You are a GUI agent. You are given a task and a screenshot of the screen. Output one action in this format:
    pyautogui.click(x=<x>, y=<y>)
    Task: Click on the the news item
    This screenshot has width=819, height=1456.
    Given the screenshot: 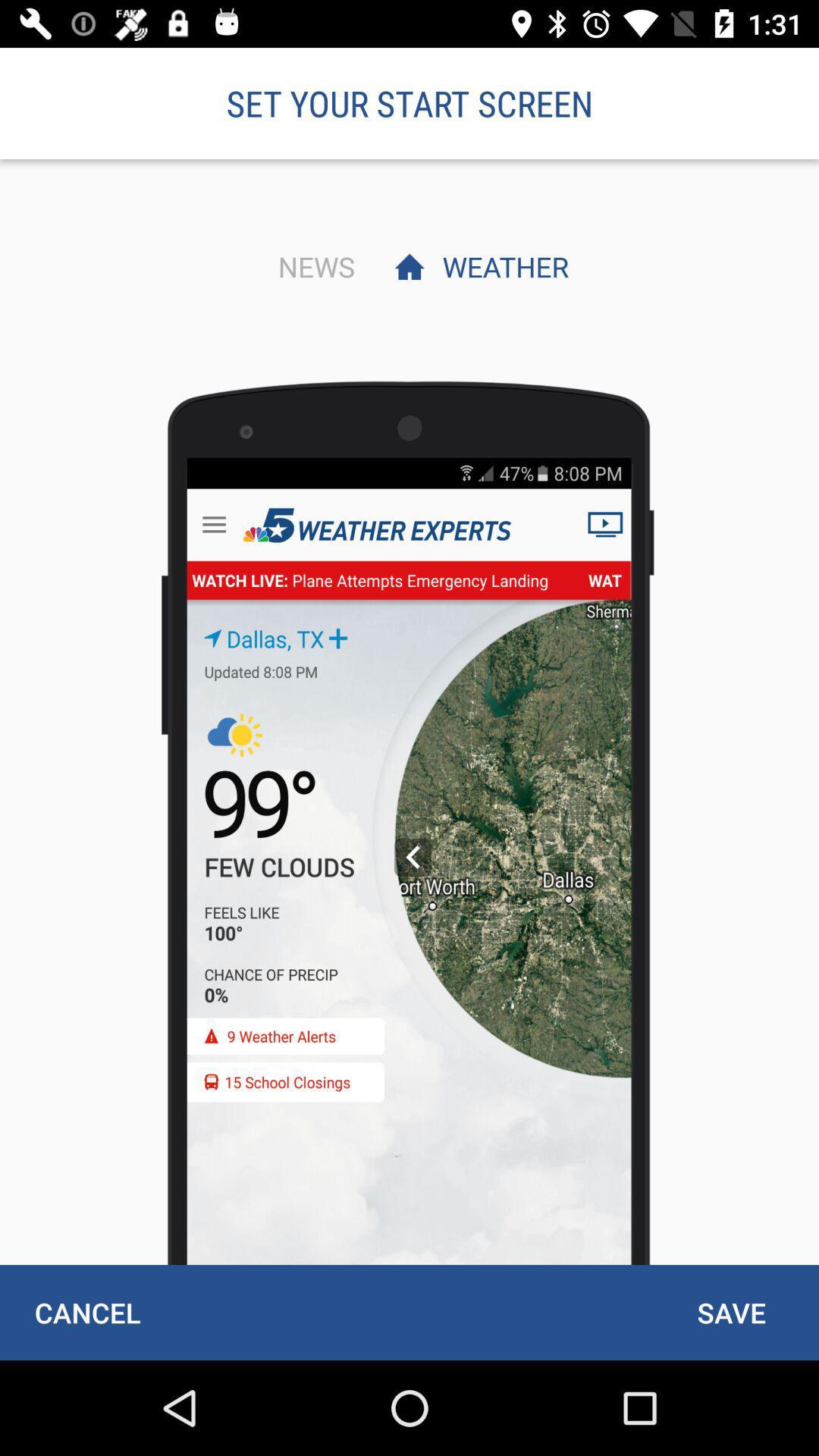 What is the action you would take?
    pyautogui.click(x=312, y=266)
    